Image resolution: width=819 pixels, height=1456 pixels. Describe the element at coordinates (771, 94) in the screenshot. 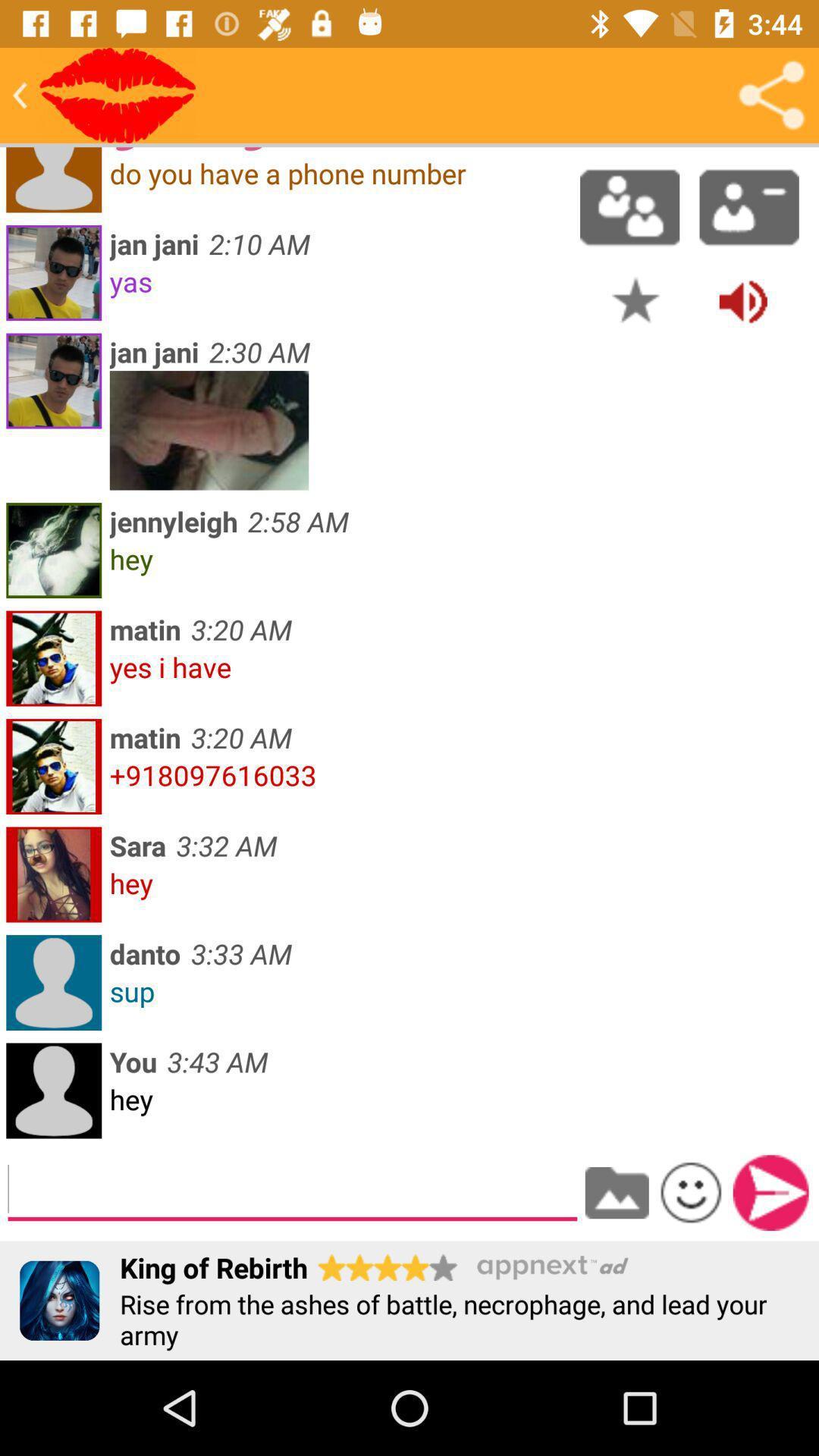

I see `the share icon` at that location.